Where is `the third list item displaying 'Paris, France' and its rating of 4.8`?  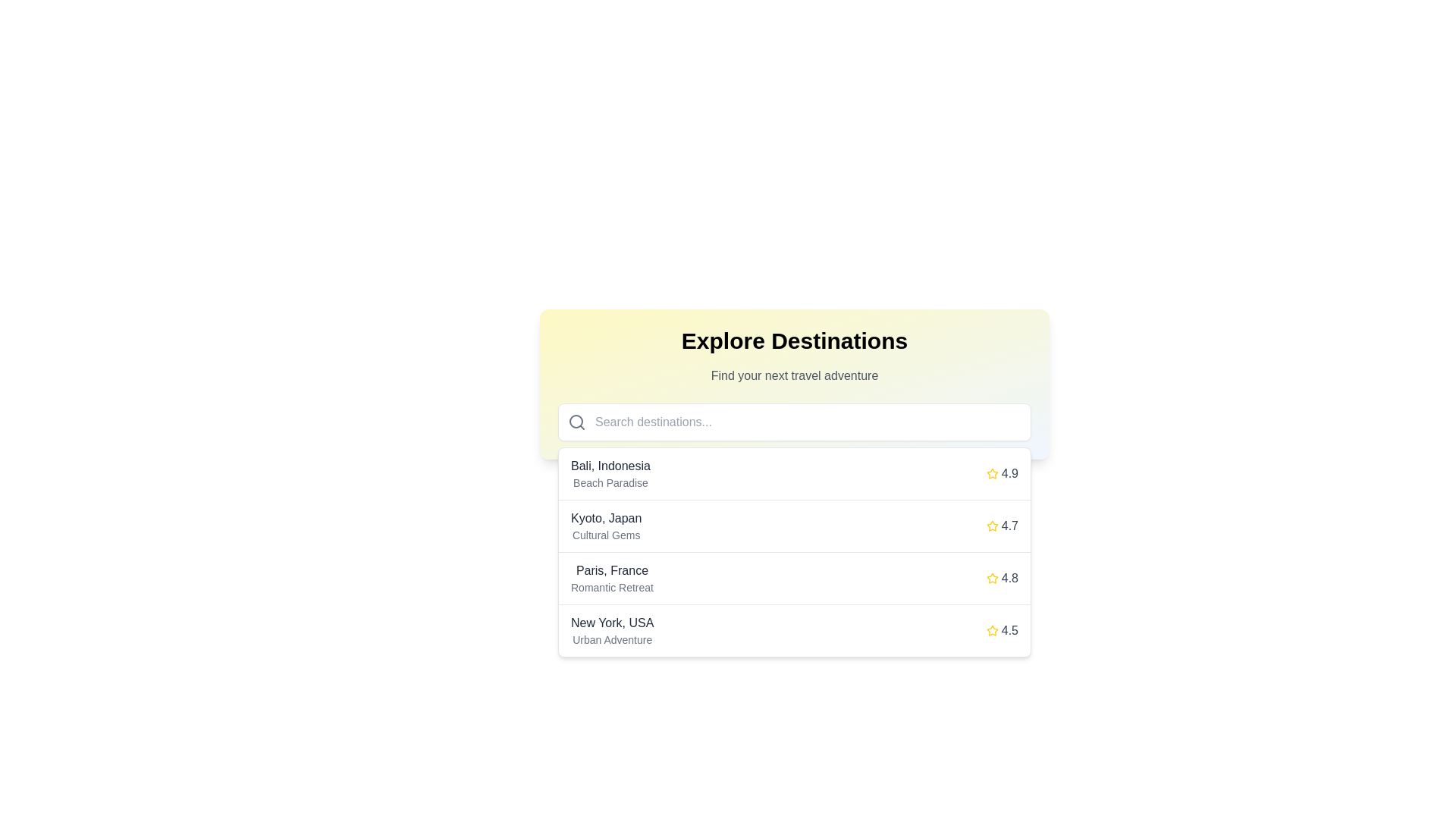 the third list item displaying 'Paris, France' and its rating of 4.8 is located at coordinates (793, 579).